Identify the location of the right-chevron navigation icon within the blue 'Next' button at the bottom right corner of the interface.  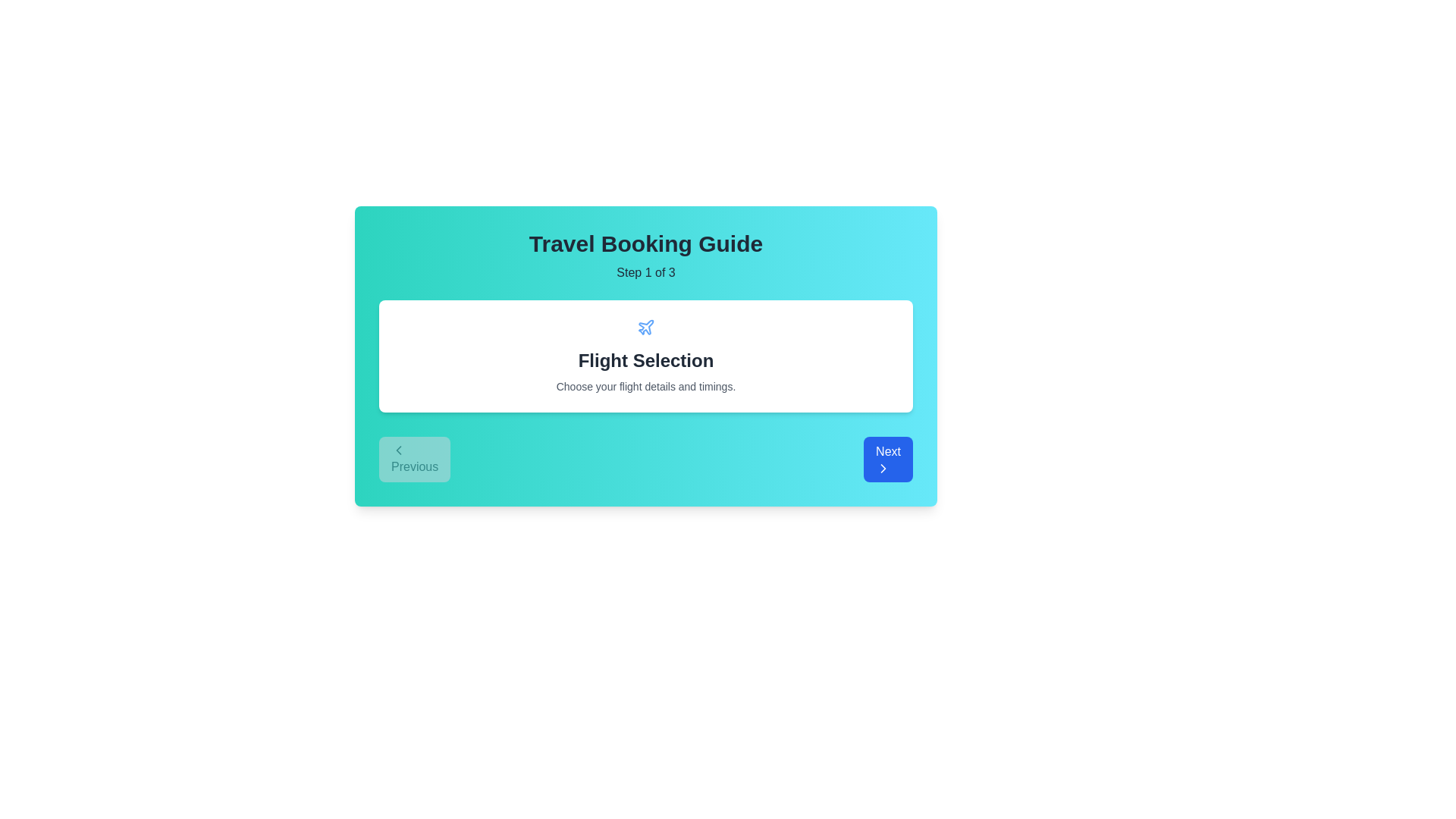
(883, 467).